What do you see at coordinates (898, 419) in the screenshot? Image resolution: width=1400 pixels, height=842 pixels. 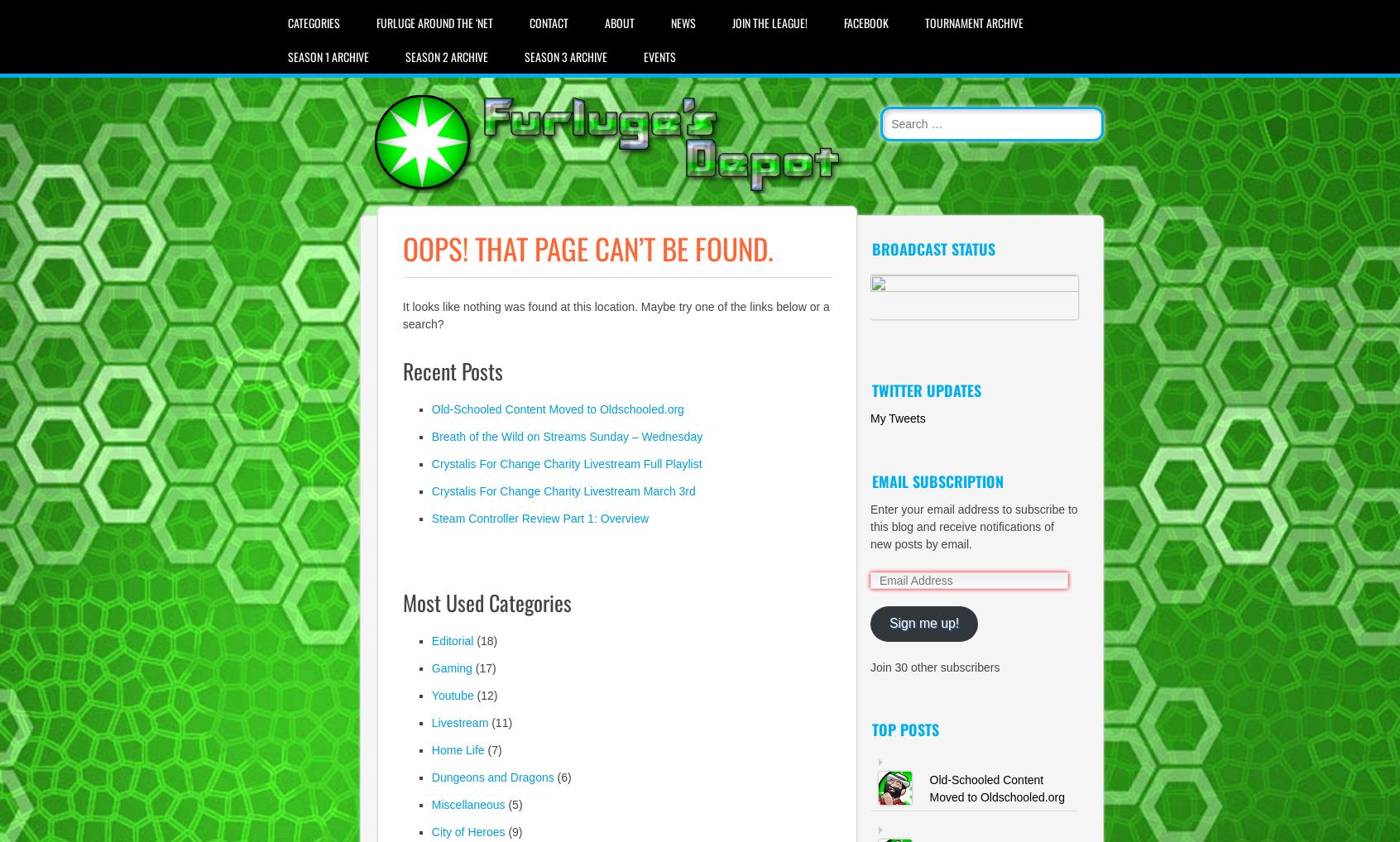 I see `'My Tweets'` at bounding box center [898, 419].